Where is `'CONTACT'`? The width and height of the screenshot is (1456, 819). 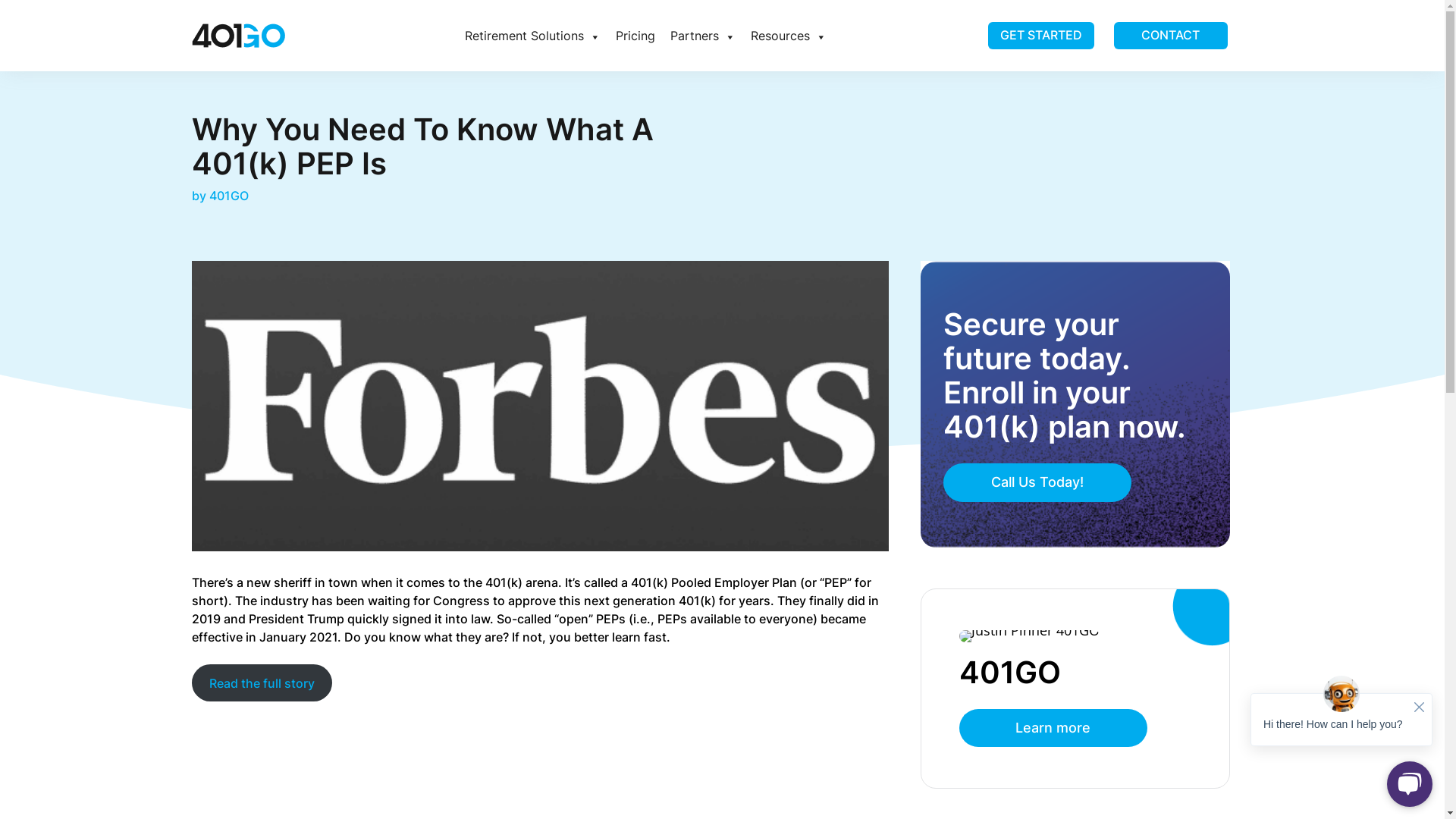
'CONTACT' is located at coordinates (1169, 35).